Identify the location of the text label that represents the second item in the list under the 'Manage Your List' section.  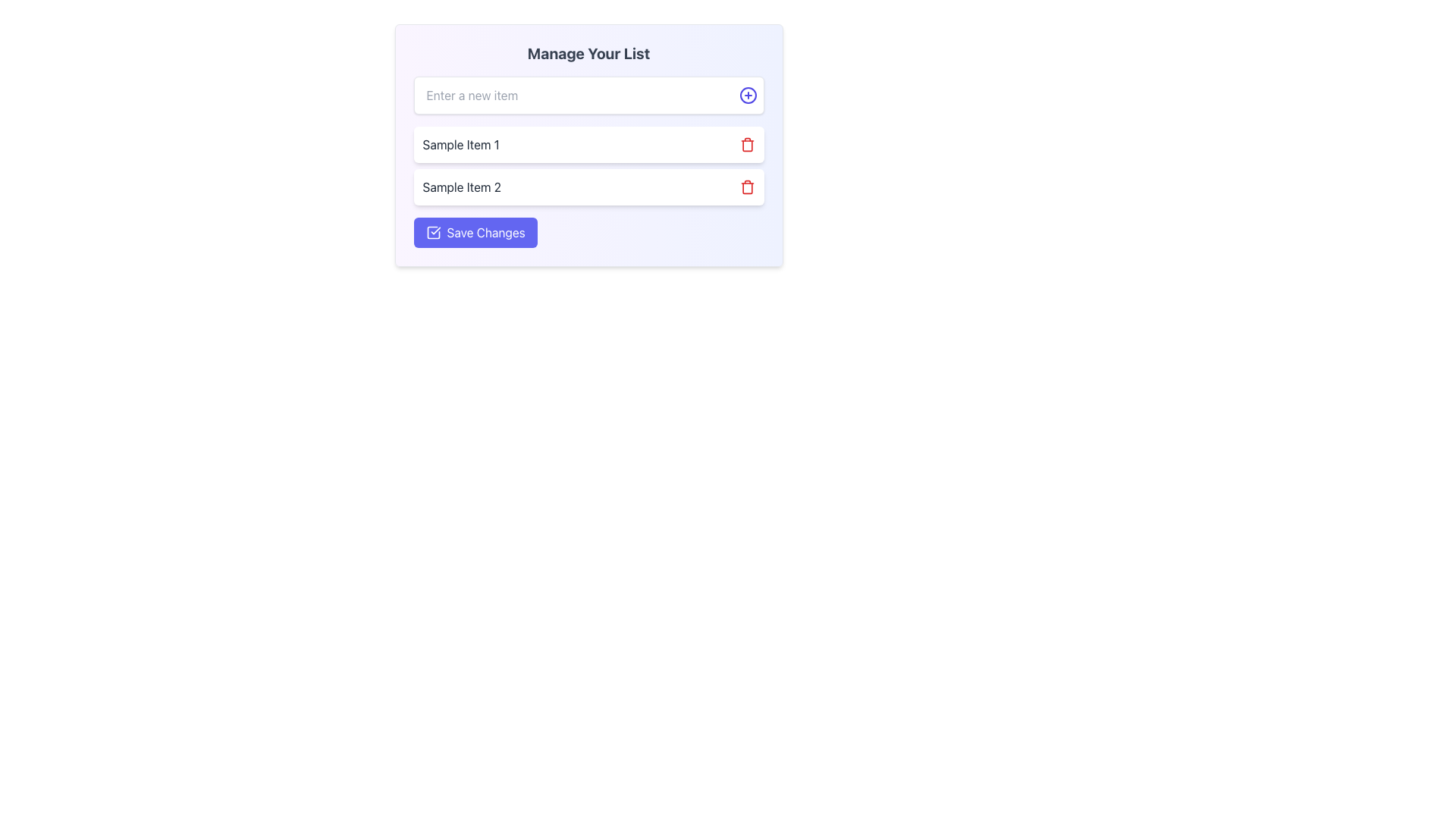
(461, 186).